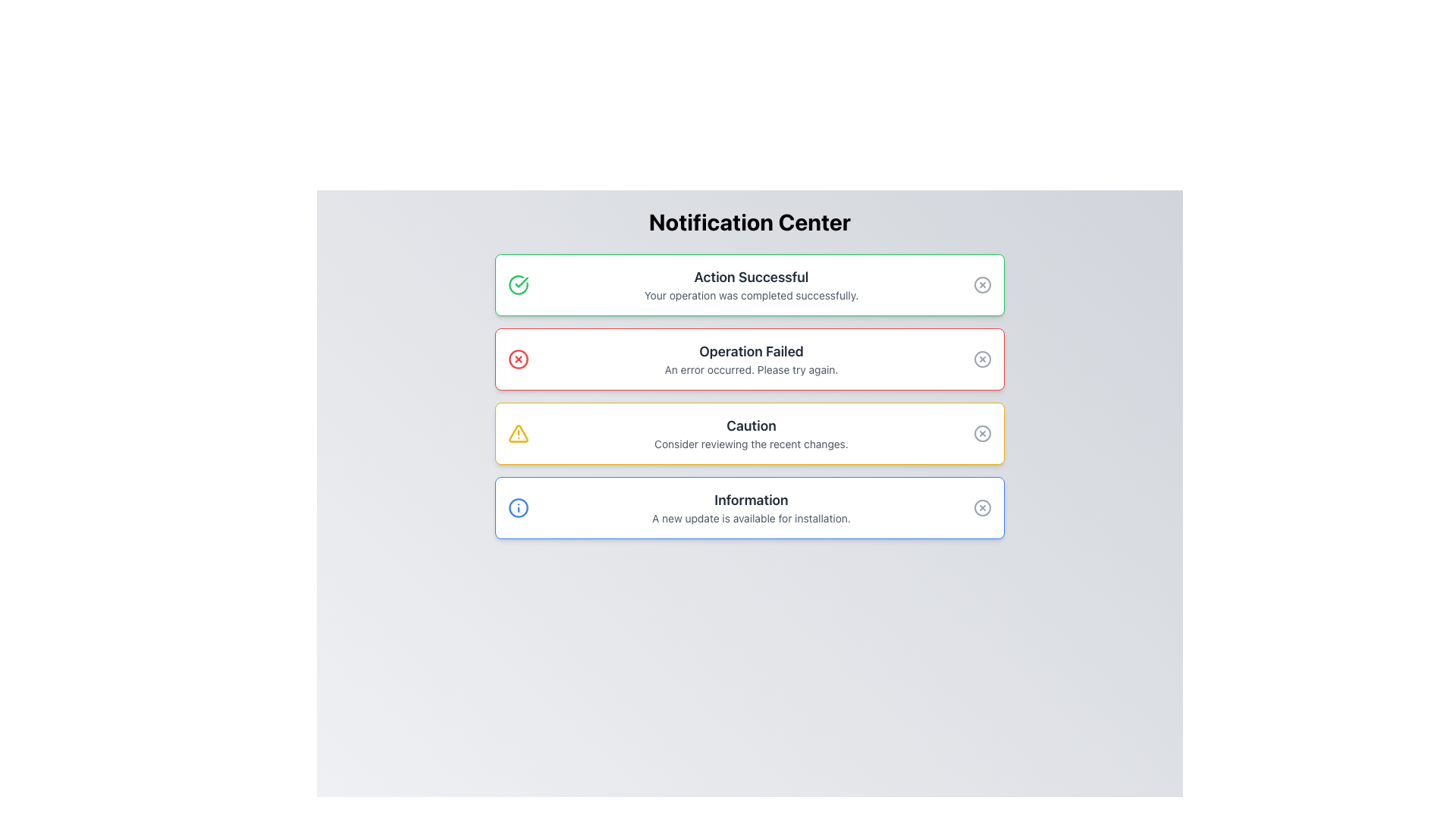 The width and height of the screenshot is (1456, 819). Describe the element at coordinates (751, 359) in the screenshot. I see `notification content from the Text block that notifies the user about a failed operation, located in the second notification card of the vertical list` at that location.